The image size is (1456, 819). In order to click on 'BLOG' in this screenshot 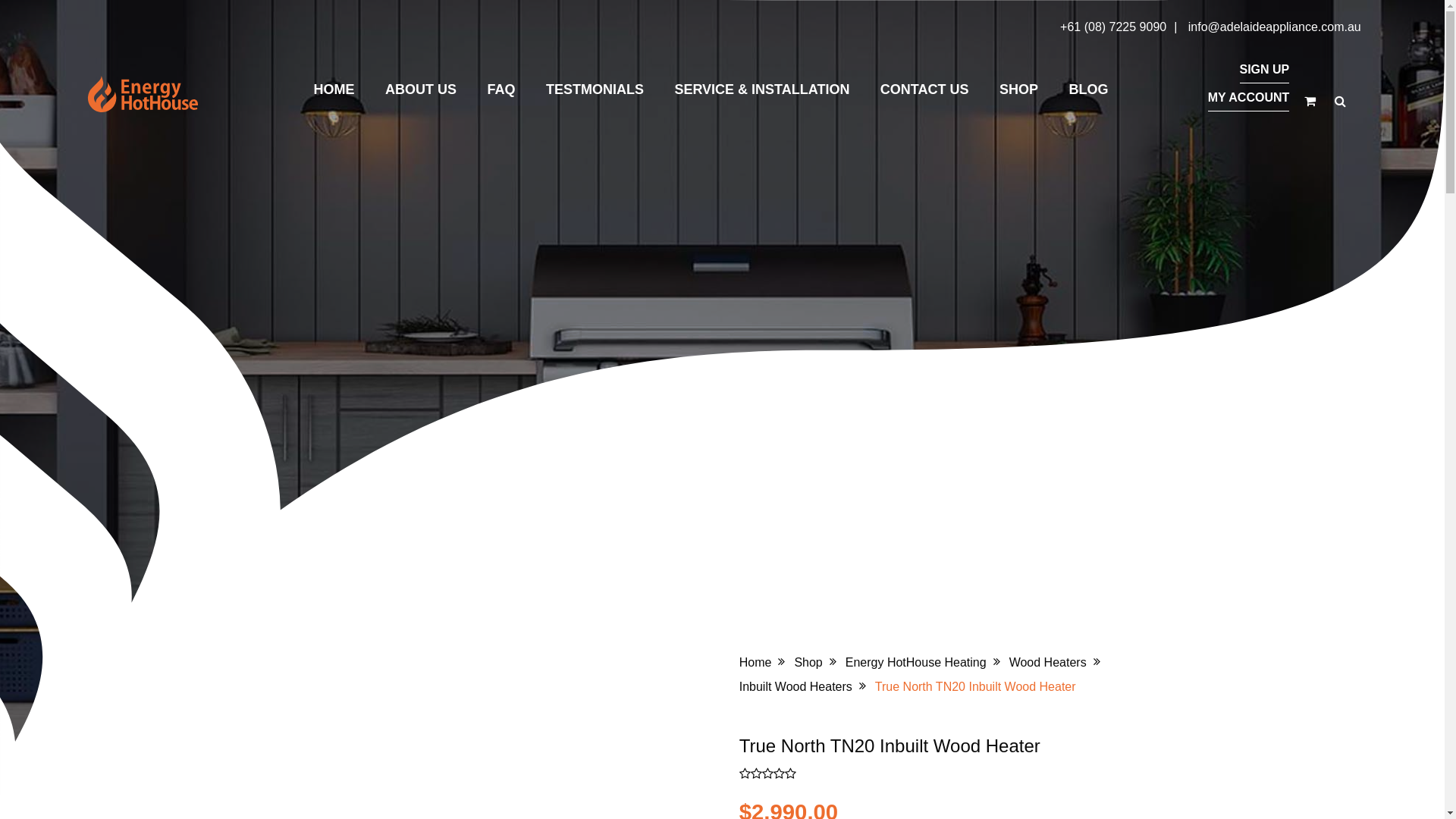, I will do `click(1087, 89)`.